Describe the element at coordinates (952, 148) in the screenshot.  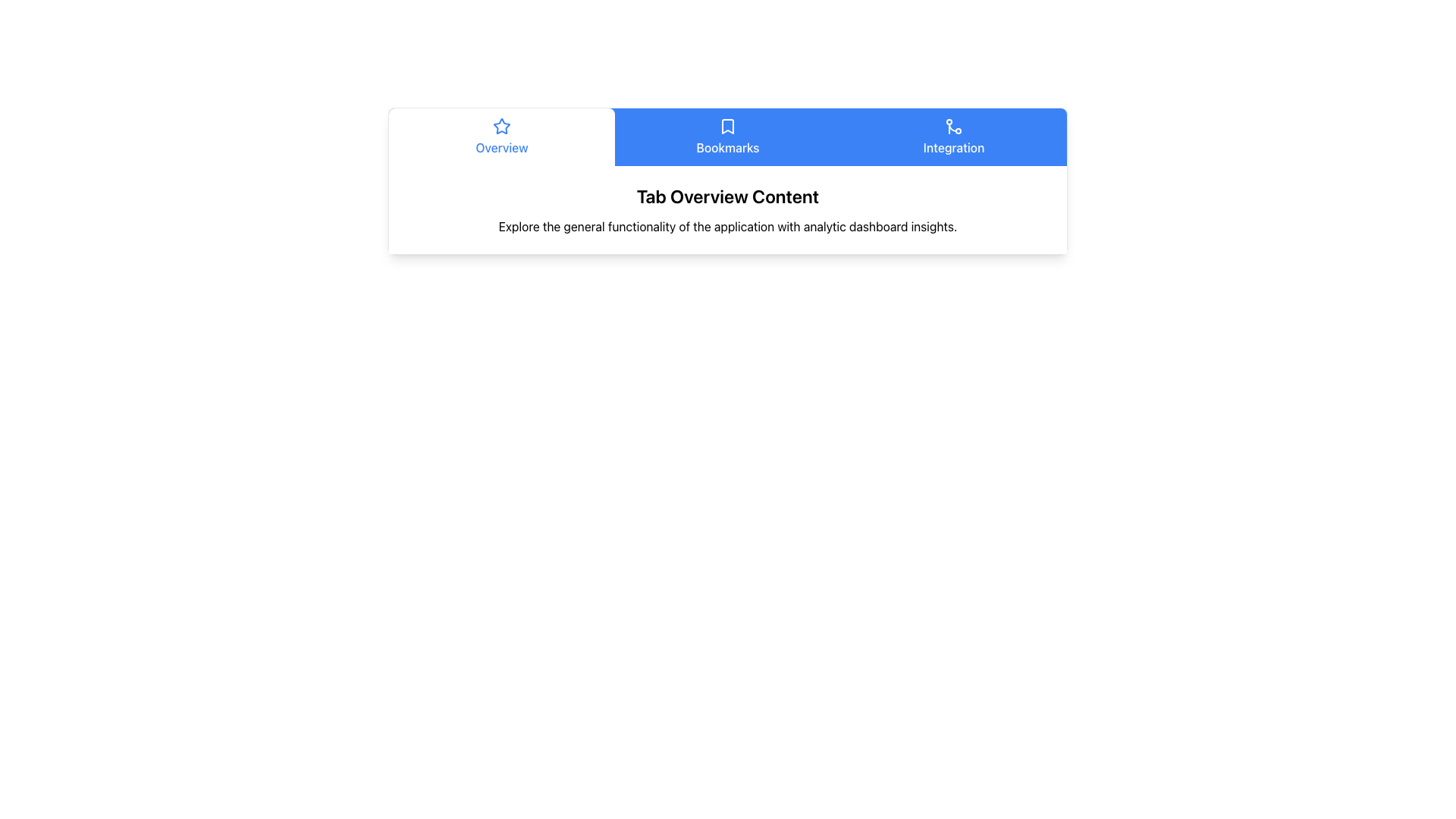
I see `the 'Integration' text label located at the bottom of the blue button-like area in the navigation menu` at that location.